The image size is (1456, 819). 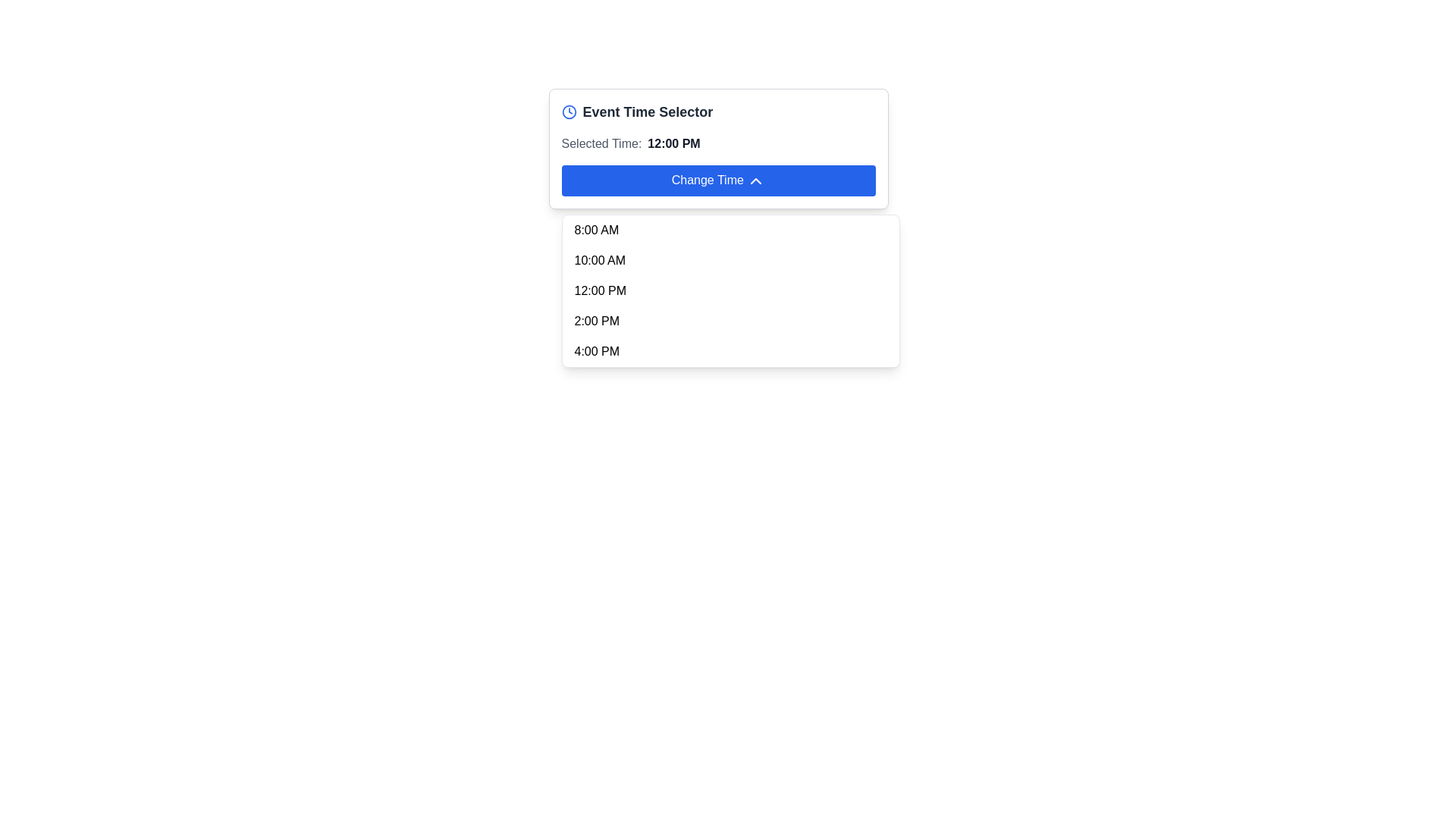 What do you see at coordinates (730, 290) in the screenshot?
I see `to select the dropdown menu item displaying '12:00 PM', which is the third item in a list of five time entries` at bounding box center [730, 290].